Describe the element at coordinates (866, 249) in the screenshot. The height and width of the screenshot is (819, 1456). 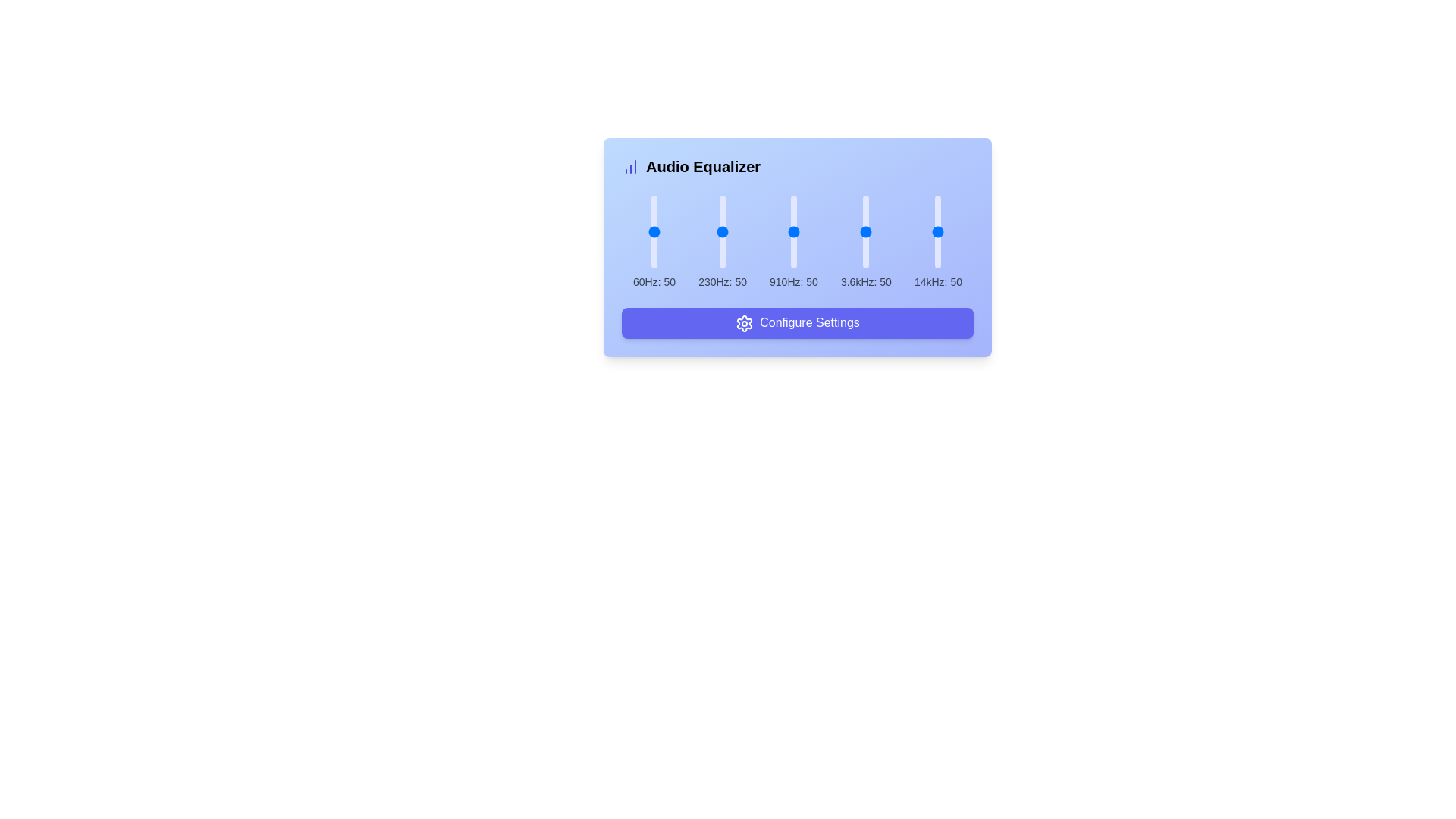
I see `the 3.6kHz audio equalizer slider` at that location.